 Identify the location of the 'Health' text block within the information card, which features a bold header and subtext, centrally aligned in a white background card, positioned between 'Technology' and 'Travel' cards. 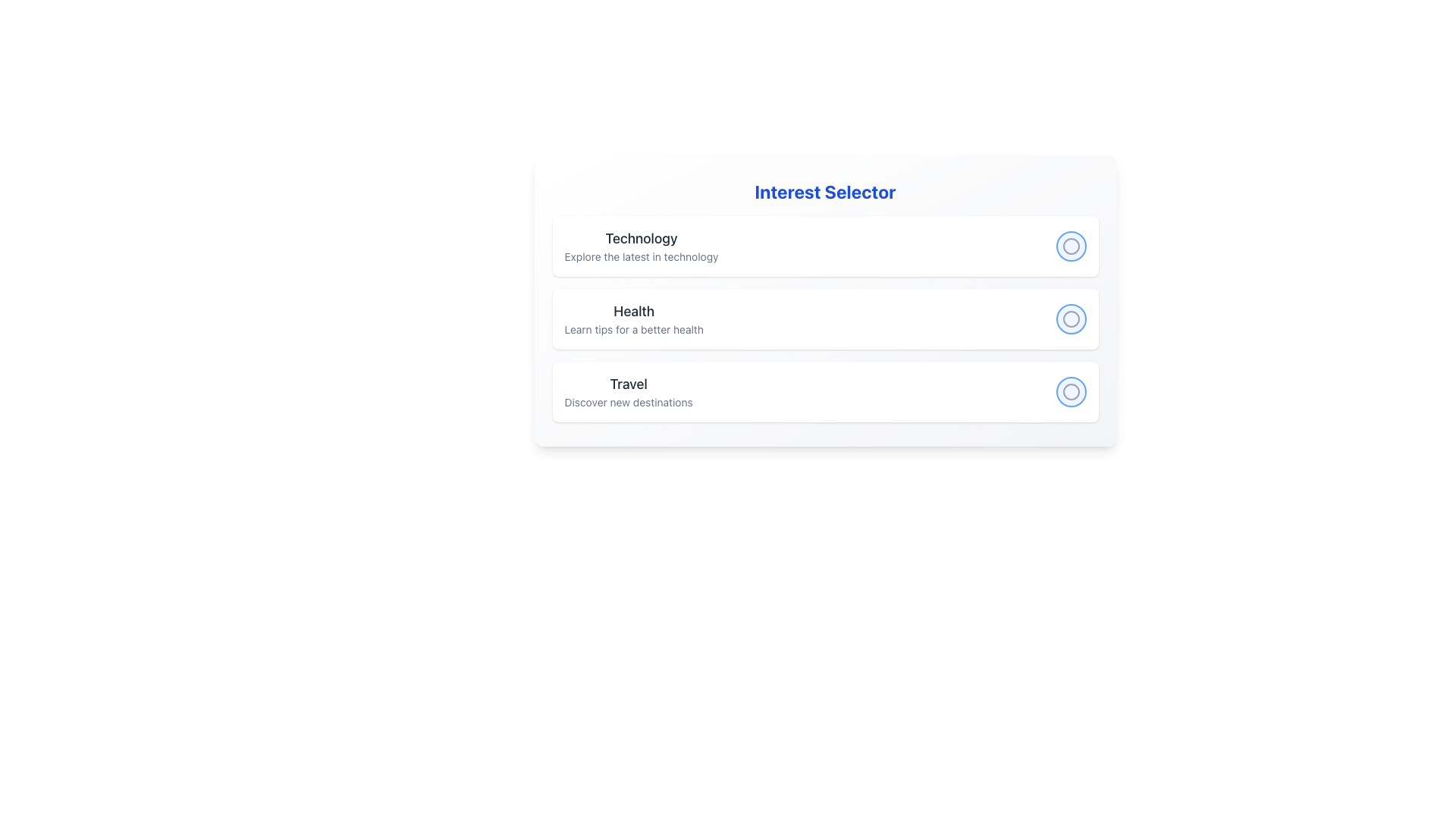
(634, 318).